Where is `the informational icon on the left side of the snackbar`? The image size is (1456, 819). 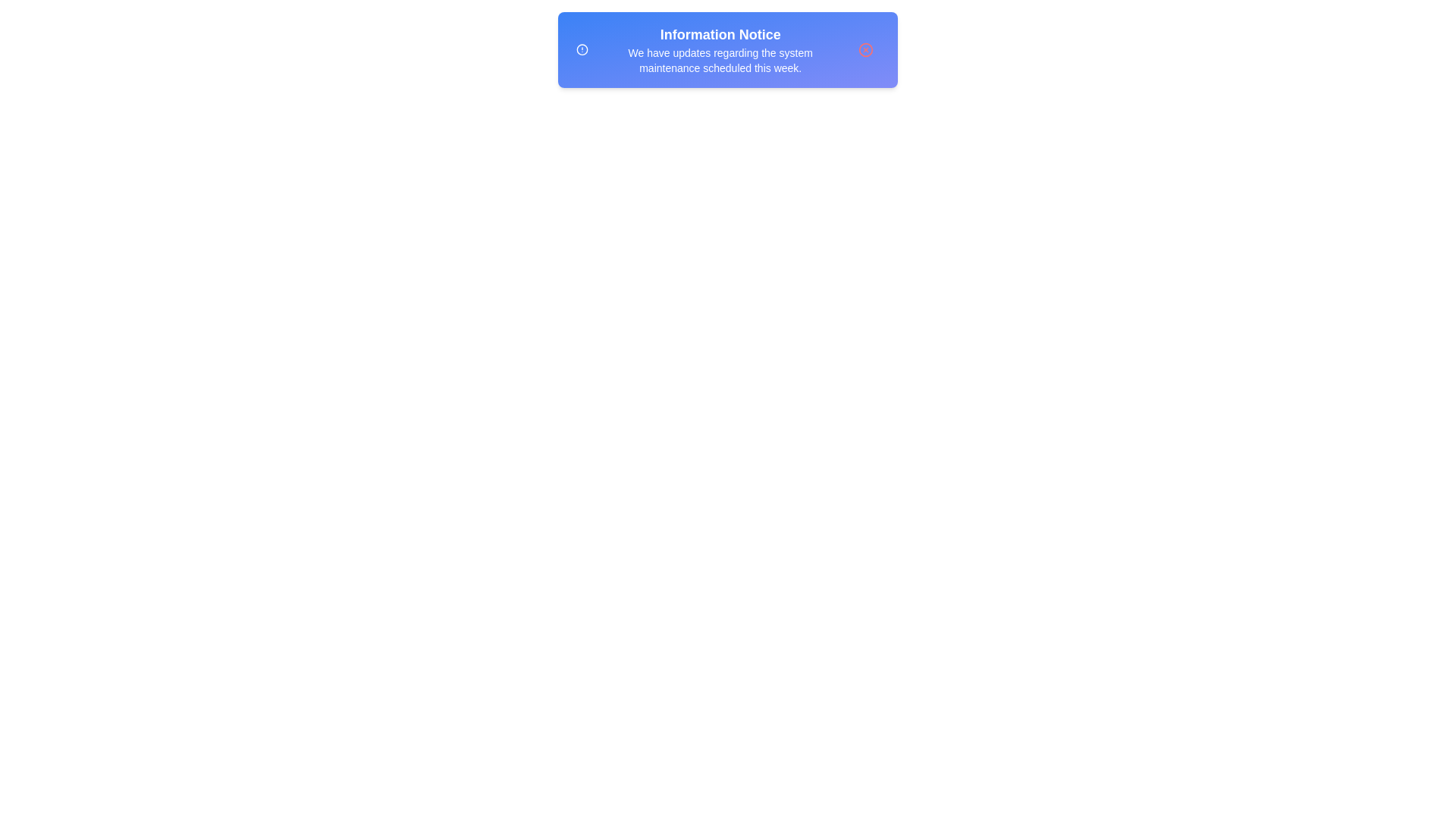 the informational icon on the left side of the snackbar is located at coordinates (582, 49).